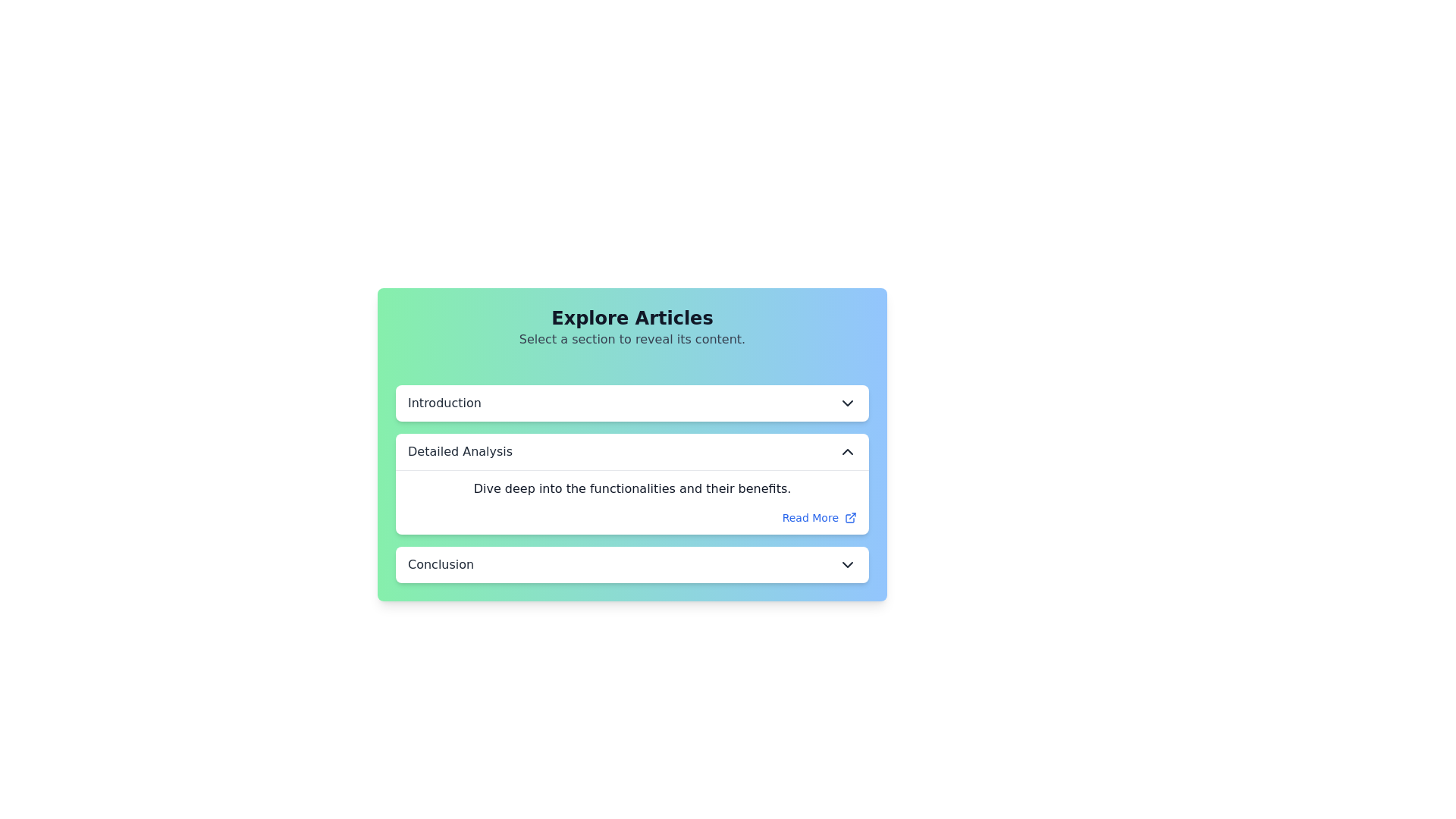 The image size is (1456, 819). What do you see at coordinates (818, 516) in the screenshot?
I see `the 'Read More' link with an external icon located at the bottom-right of the 'Detailed Analysis' section` at bounding box center [818, 516].